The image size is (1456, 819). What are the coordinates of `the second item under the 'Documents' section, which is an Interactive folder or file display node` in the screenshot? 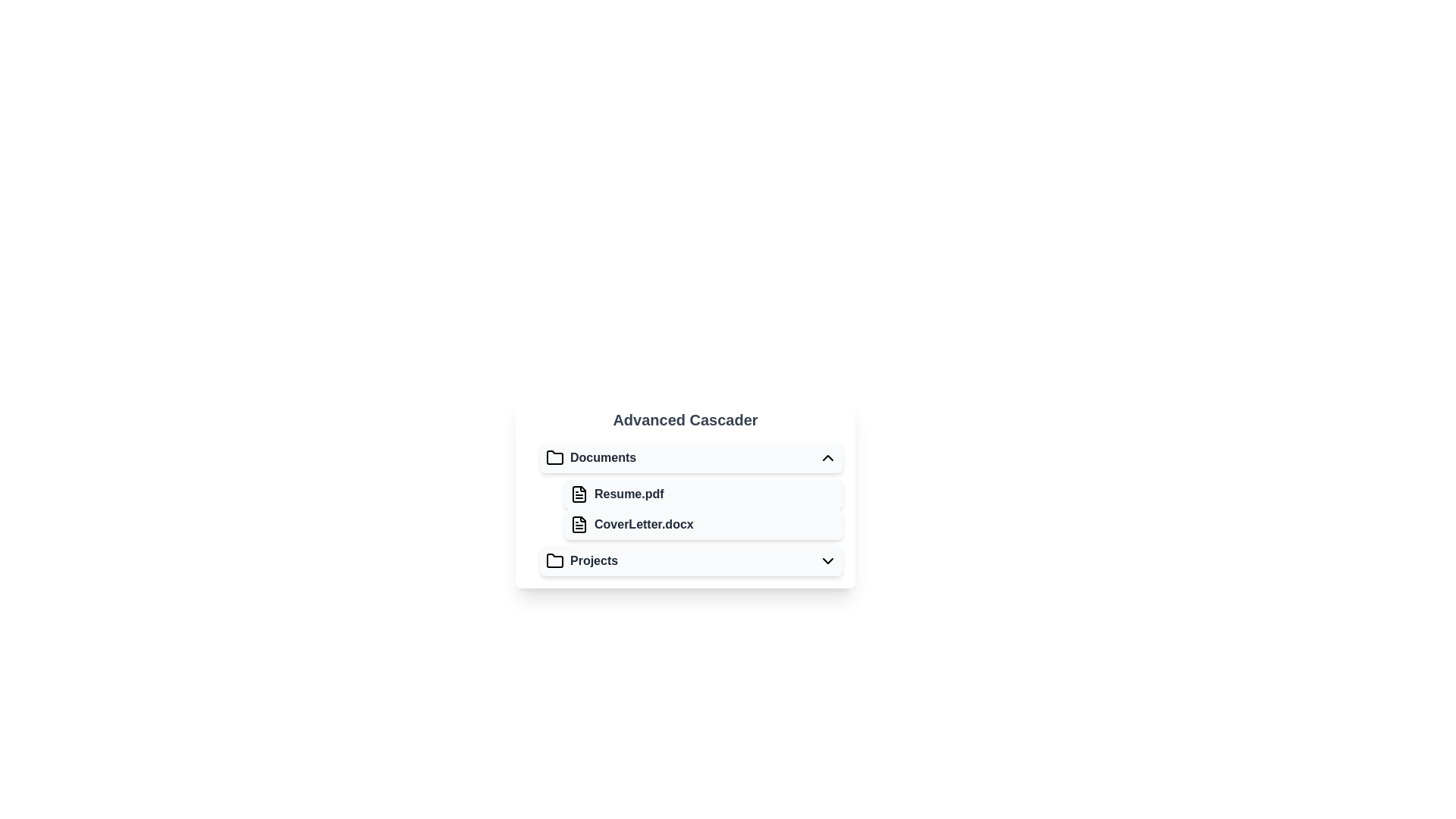 It's located at (684, 493).